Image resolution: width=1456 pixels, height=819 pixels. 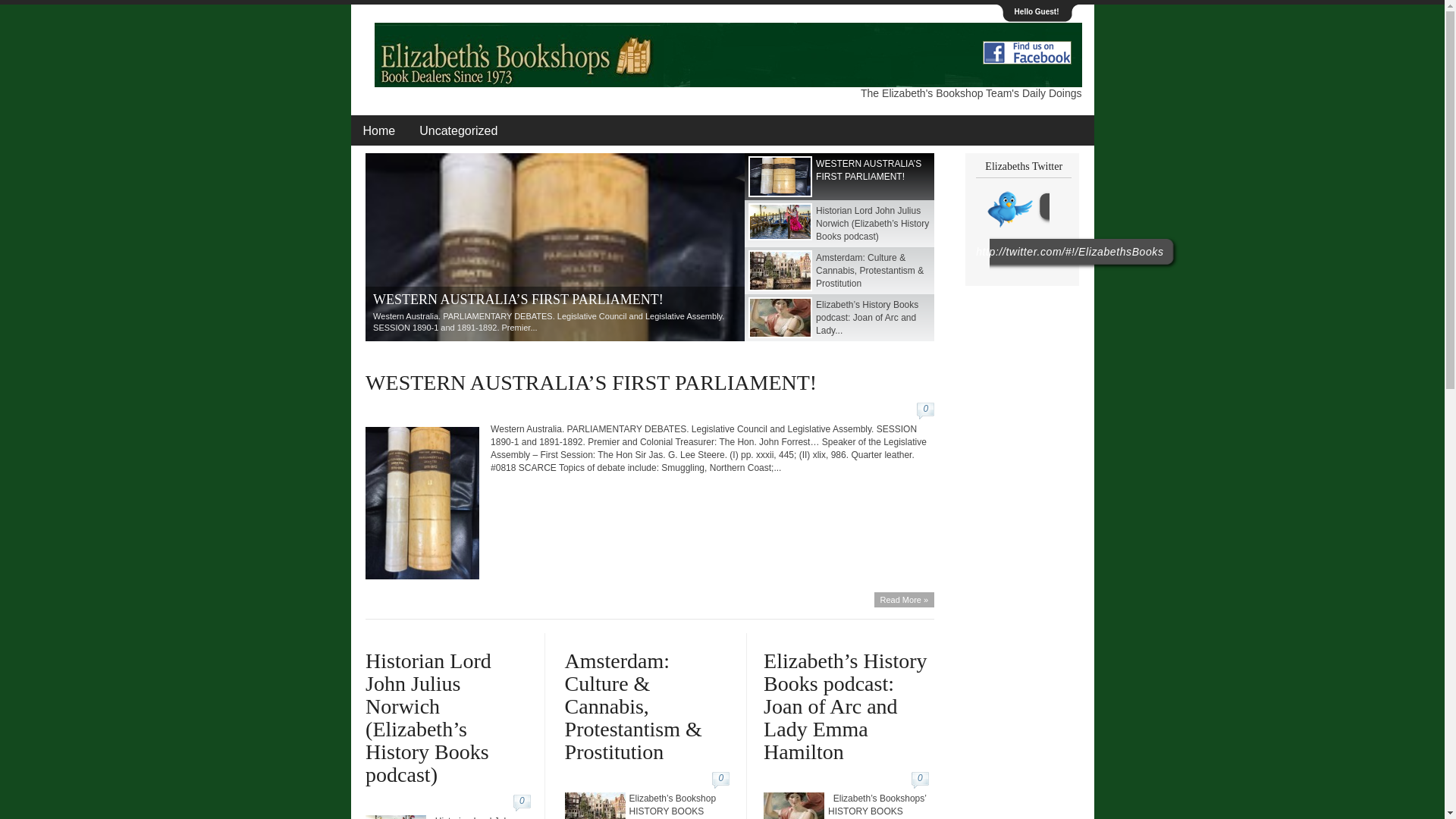 What do you see at coordinates (1036, 11) in the screenshot?
I see `'Hello Guest!'` at bounding box center [1036, 11].